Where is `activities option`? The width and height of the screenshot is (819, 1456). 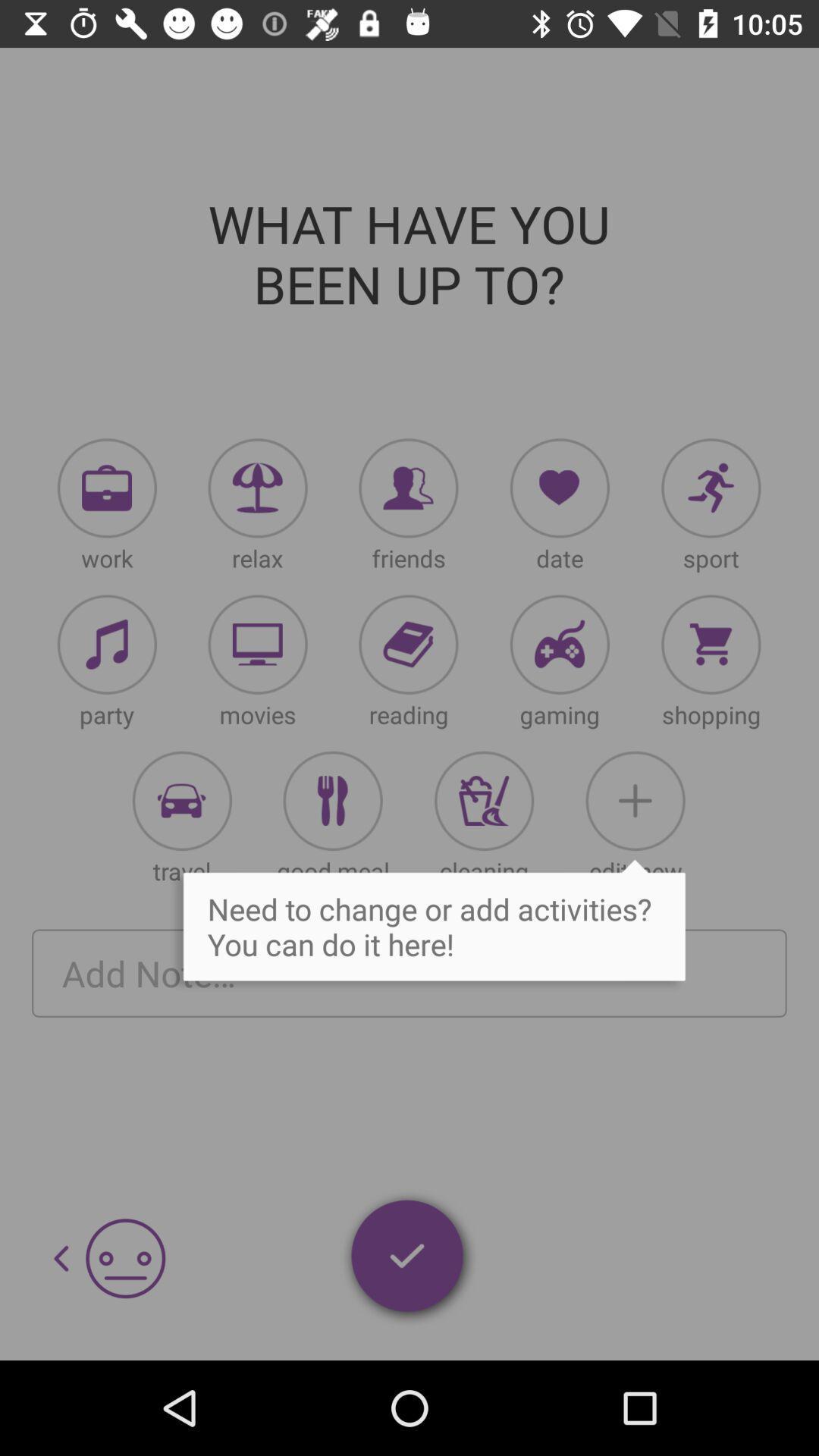 activities option is located at coordinates (484, 800).